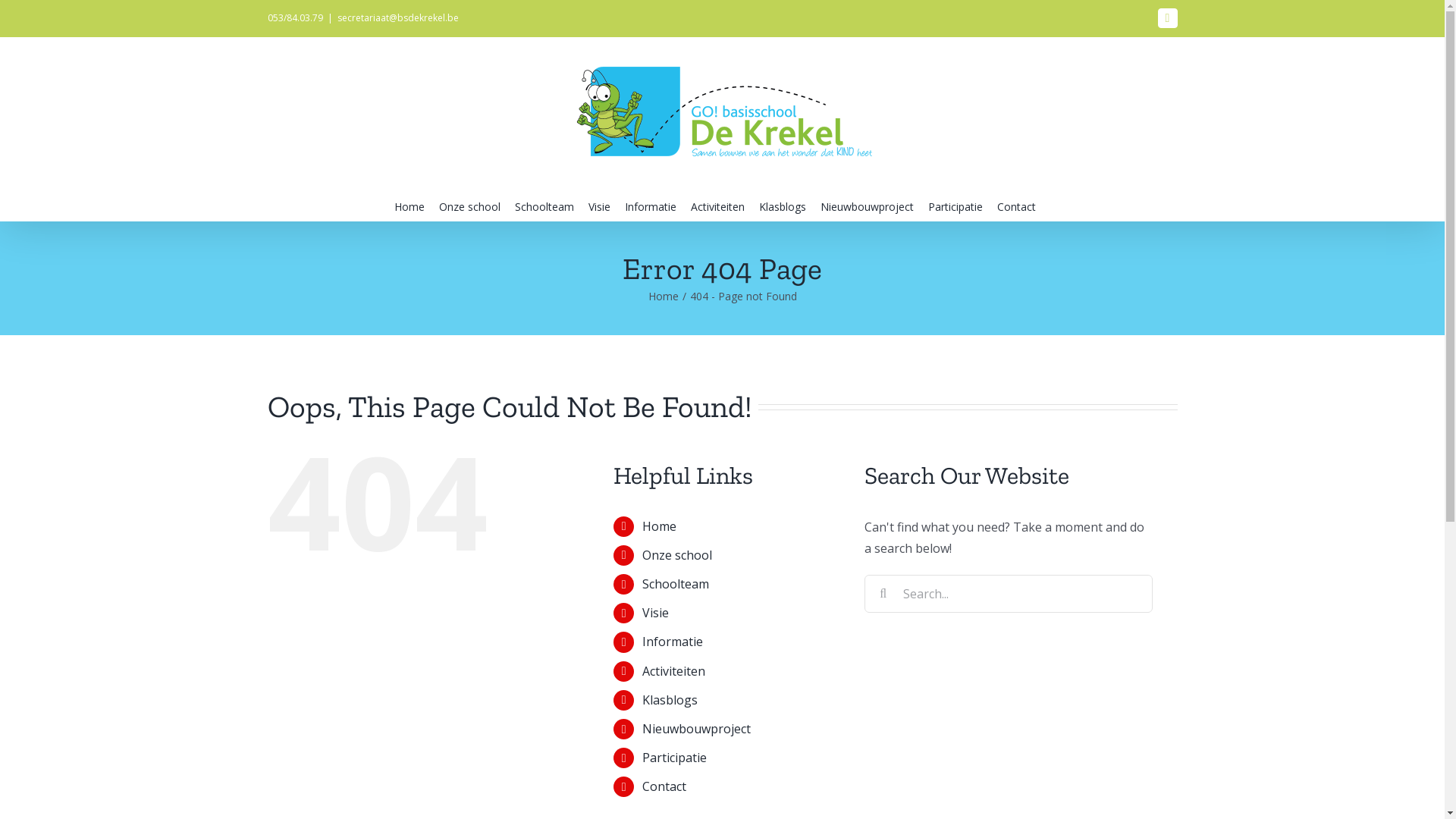 Image resolution: width=1456 pixels, height=819 pixels. What do you see at coordinates (954, 205) in the screenshot?
I see `'Participatie'` at bounding box center [954, 205].